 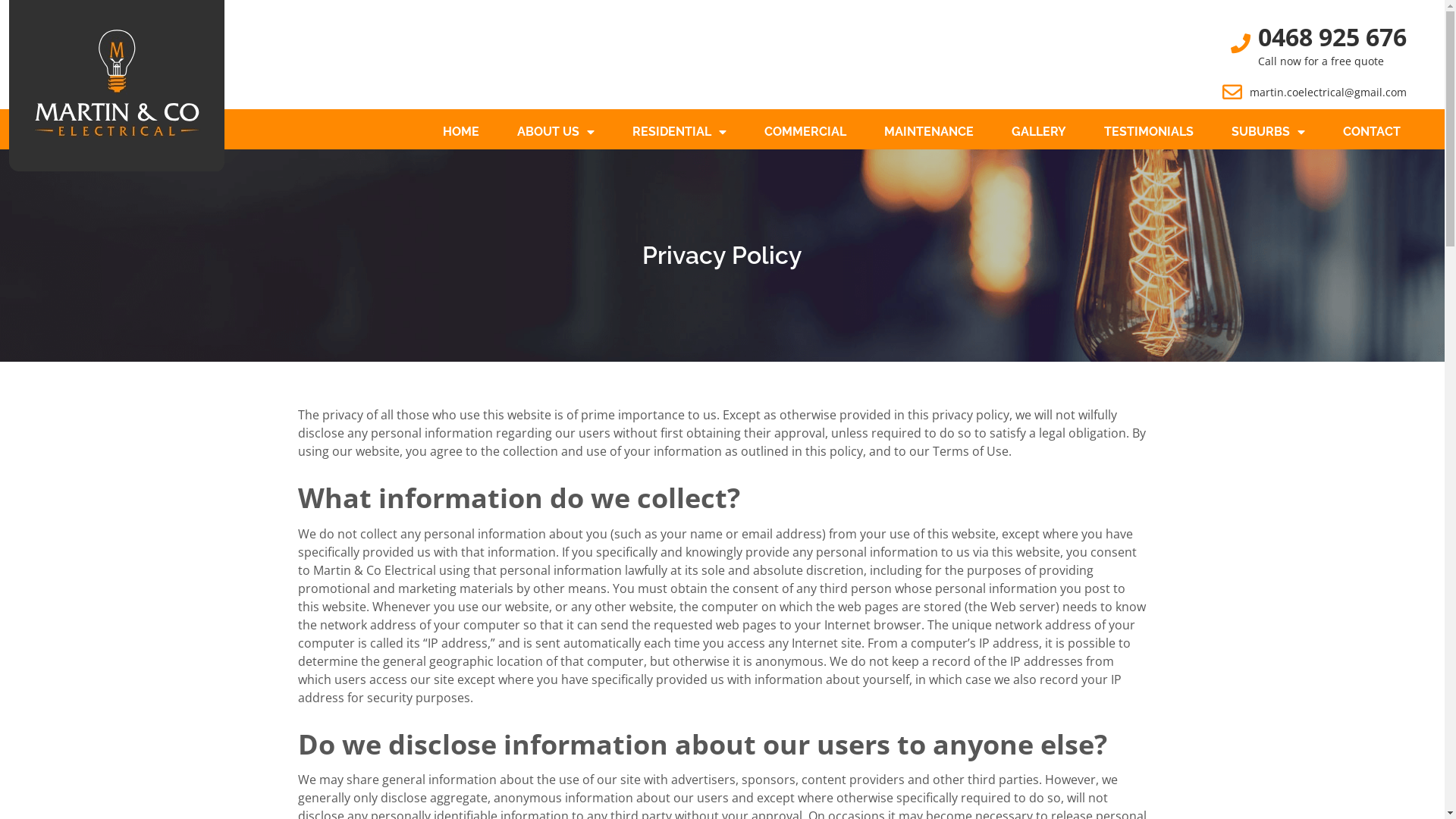 What do you see at coordinates (1372, 130) in the screenshot?
I see `'CONTACT'` at bounding box center [1372, 130].